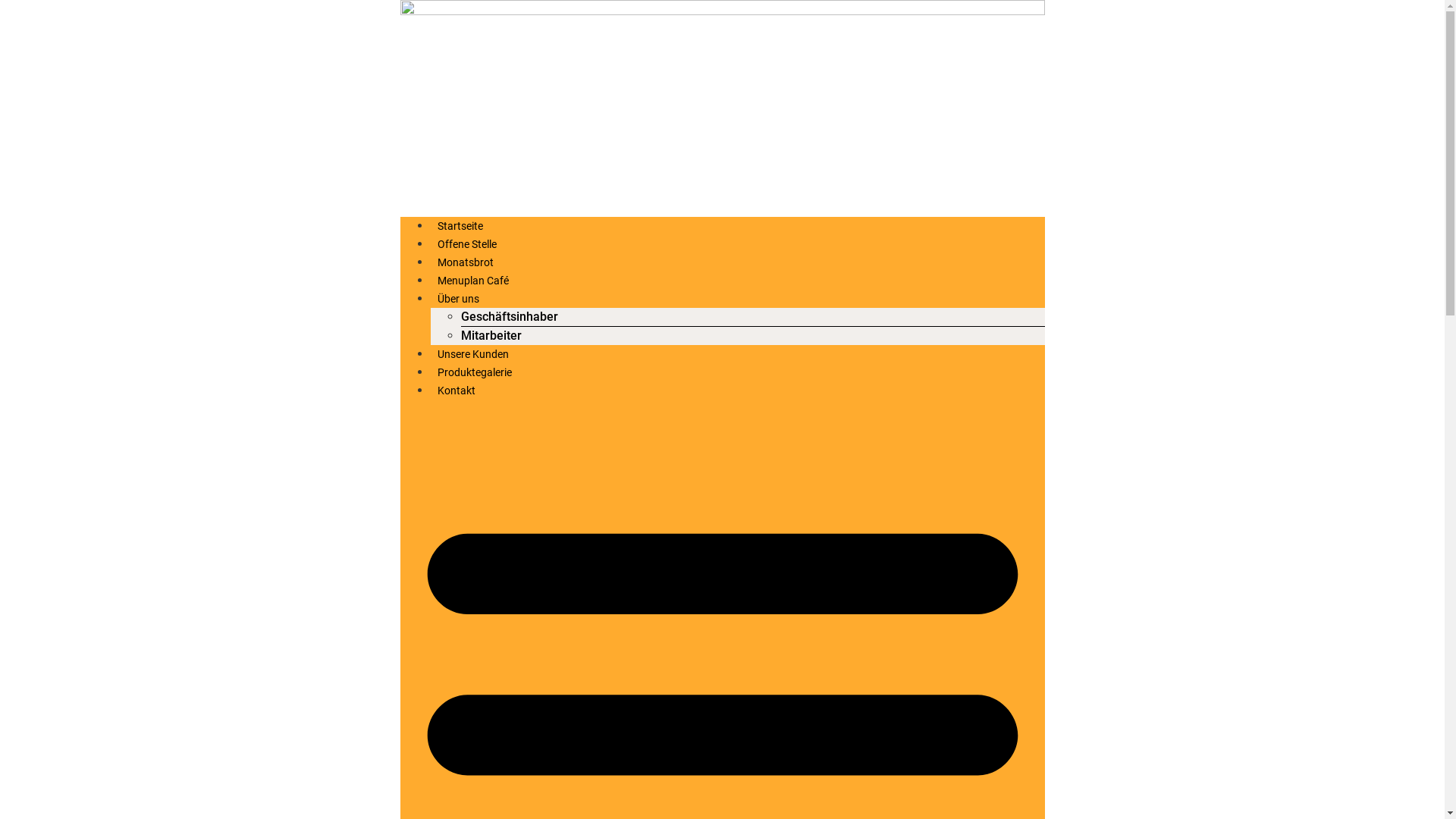  I want to click on 'Startseite', so click(459, 225).